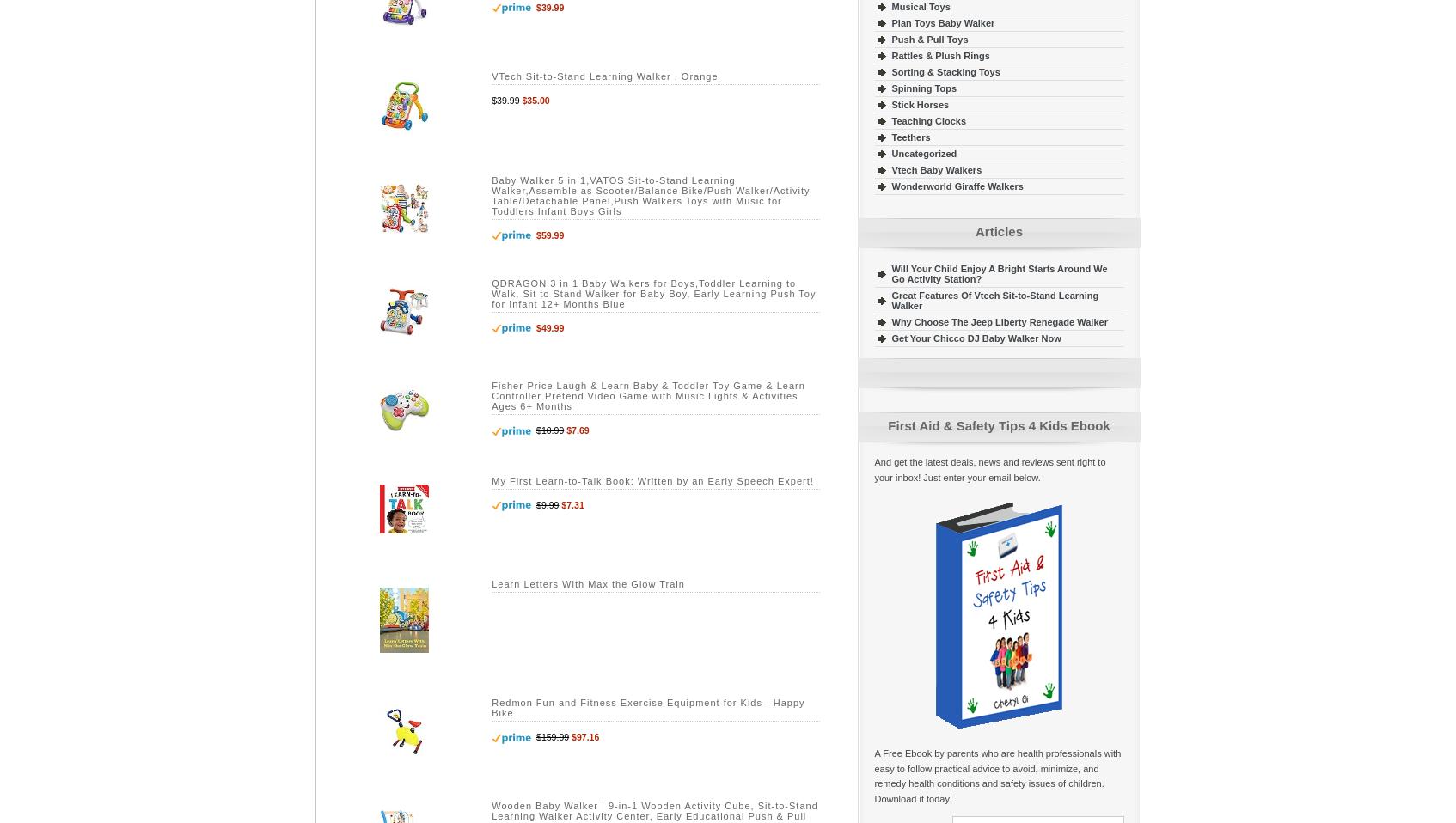  I want to click on 'Stick Horses', so click(920, 104).